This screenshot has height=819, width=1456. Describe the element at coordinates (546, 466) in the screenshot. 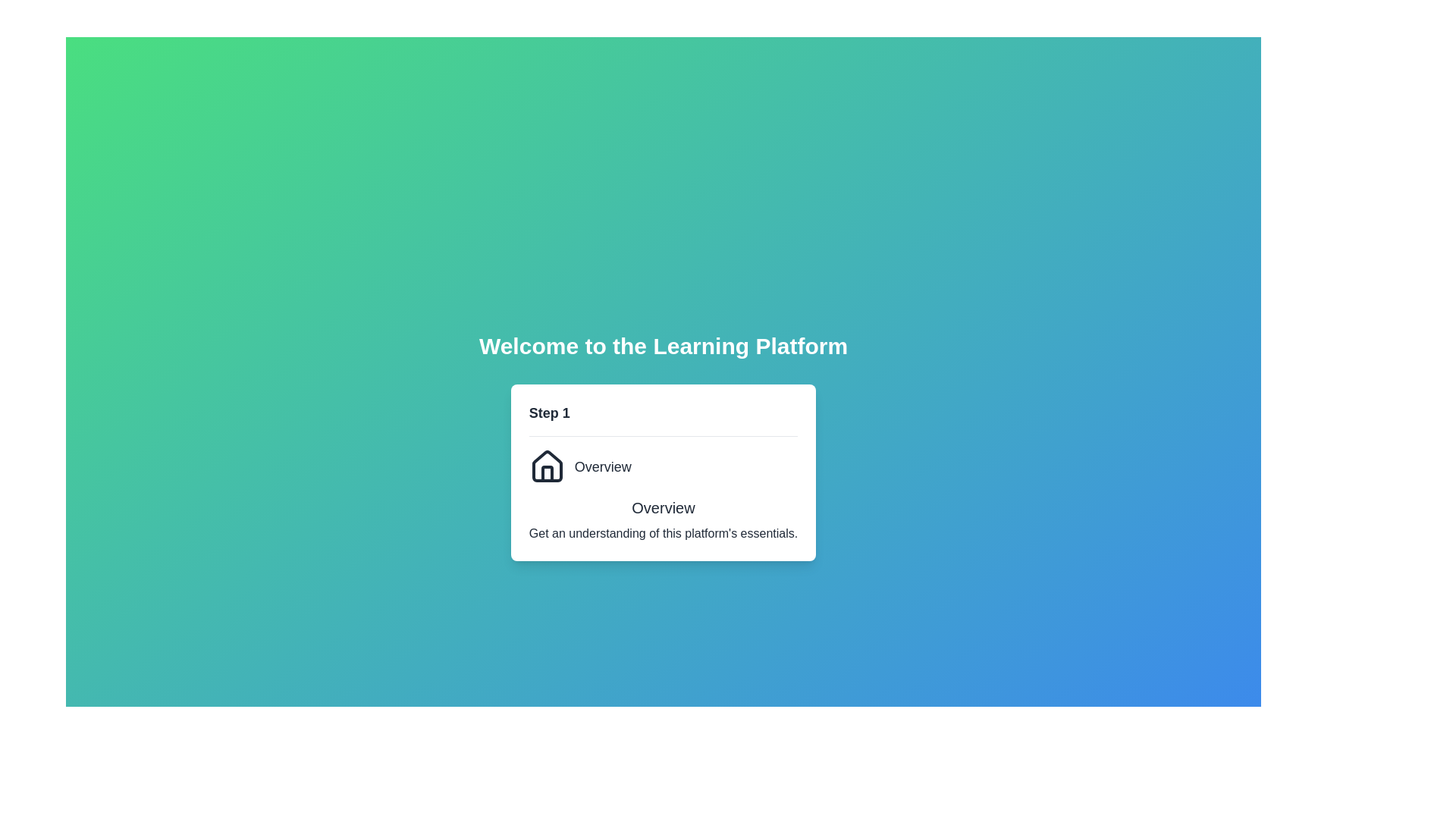

I see `the 'Overview' icon to view the description of the step` at that location.